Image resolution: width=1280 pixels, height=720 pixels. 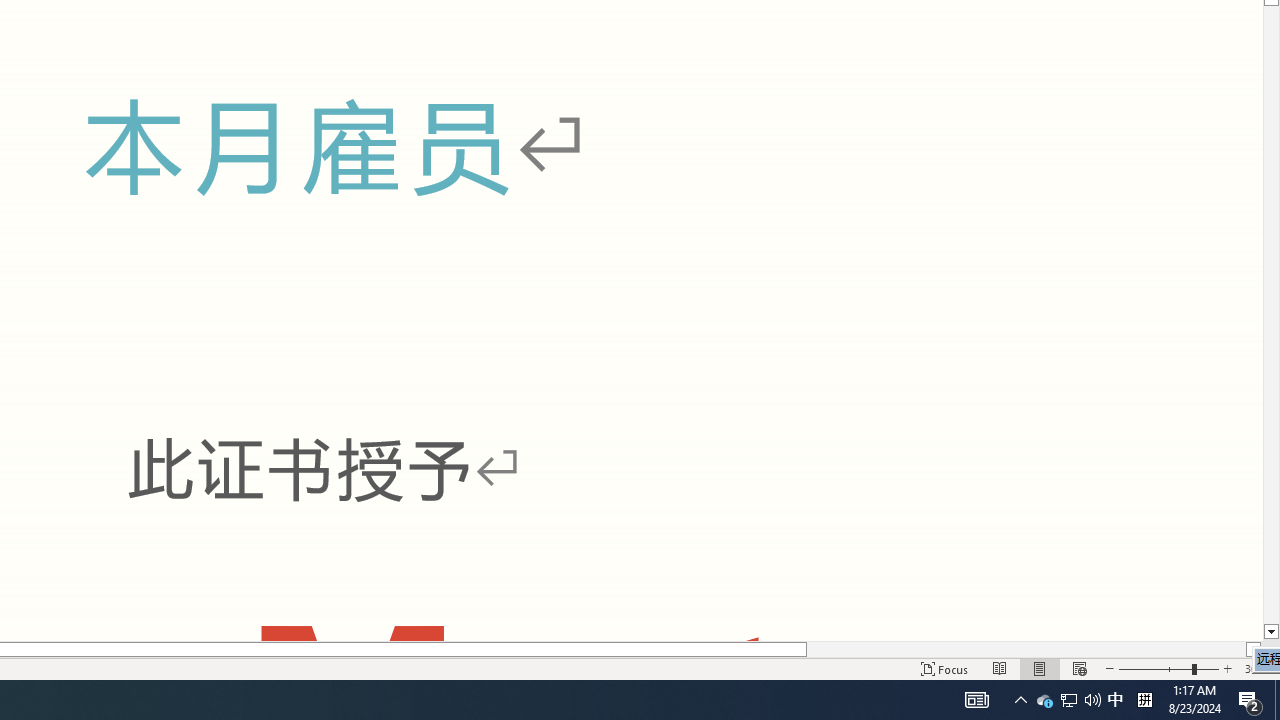 I want to click on 'Zoom', so click(x=1168, y=669).